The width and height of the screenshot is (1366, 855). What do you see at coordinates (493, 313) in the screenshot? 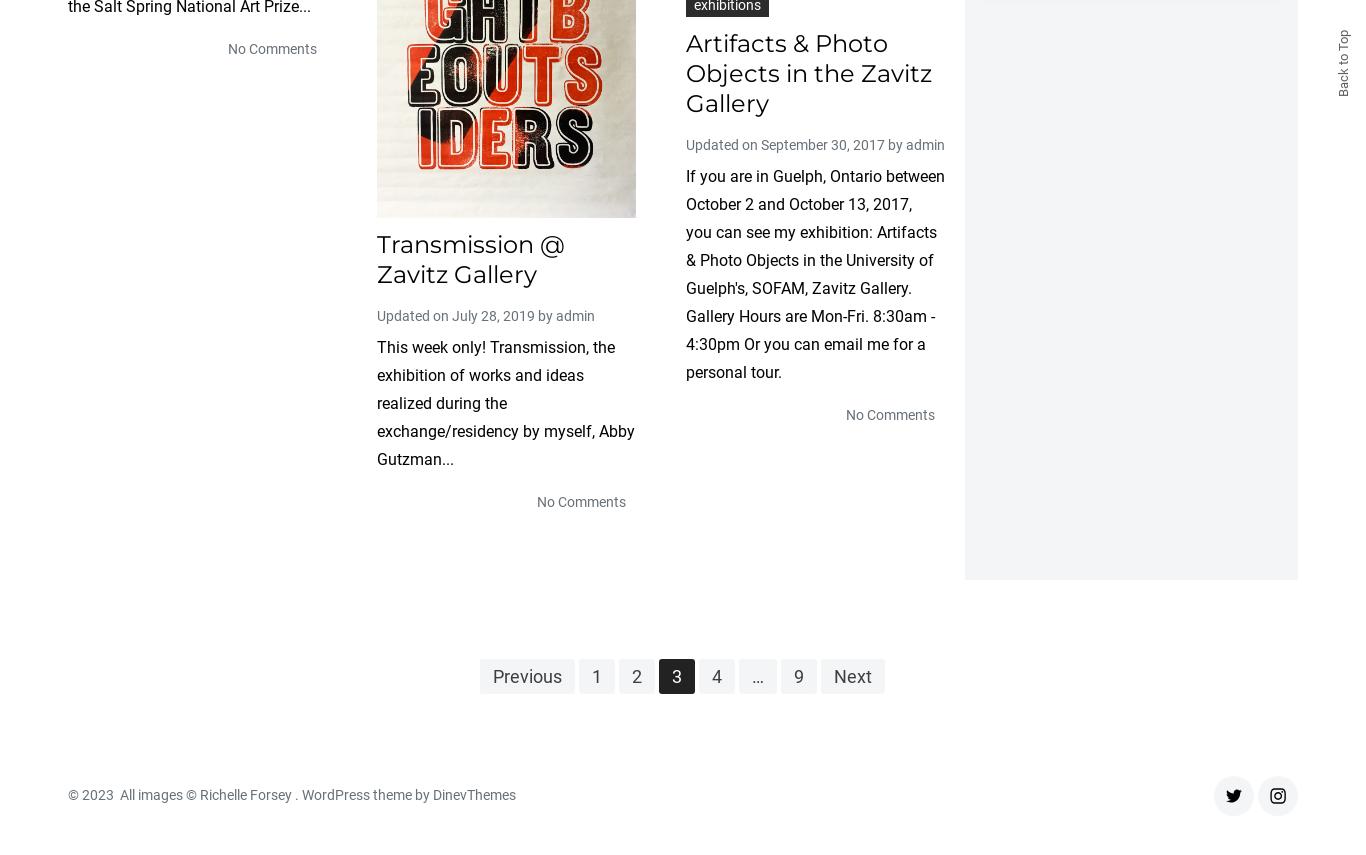
I see `'July 28, 2019'` at bounding box center [493, 313].